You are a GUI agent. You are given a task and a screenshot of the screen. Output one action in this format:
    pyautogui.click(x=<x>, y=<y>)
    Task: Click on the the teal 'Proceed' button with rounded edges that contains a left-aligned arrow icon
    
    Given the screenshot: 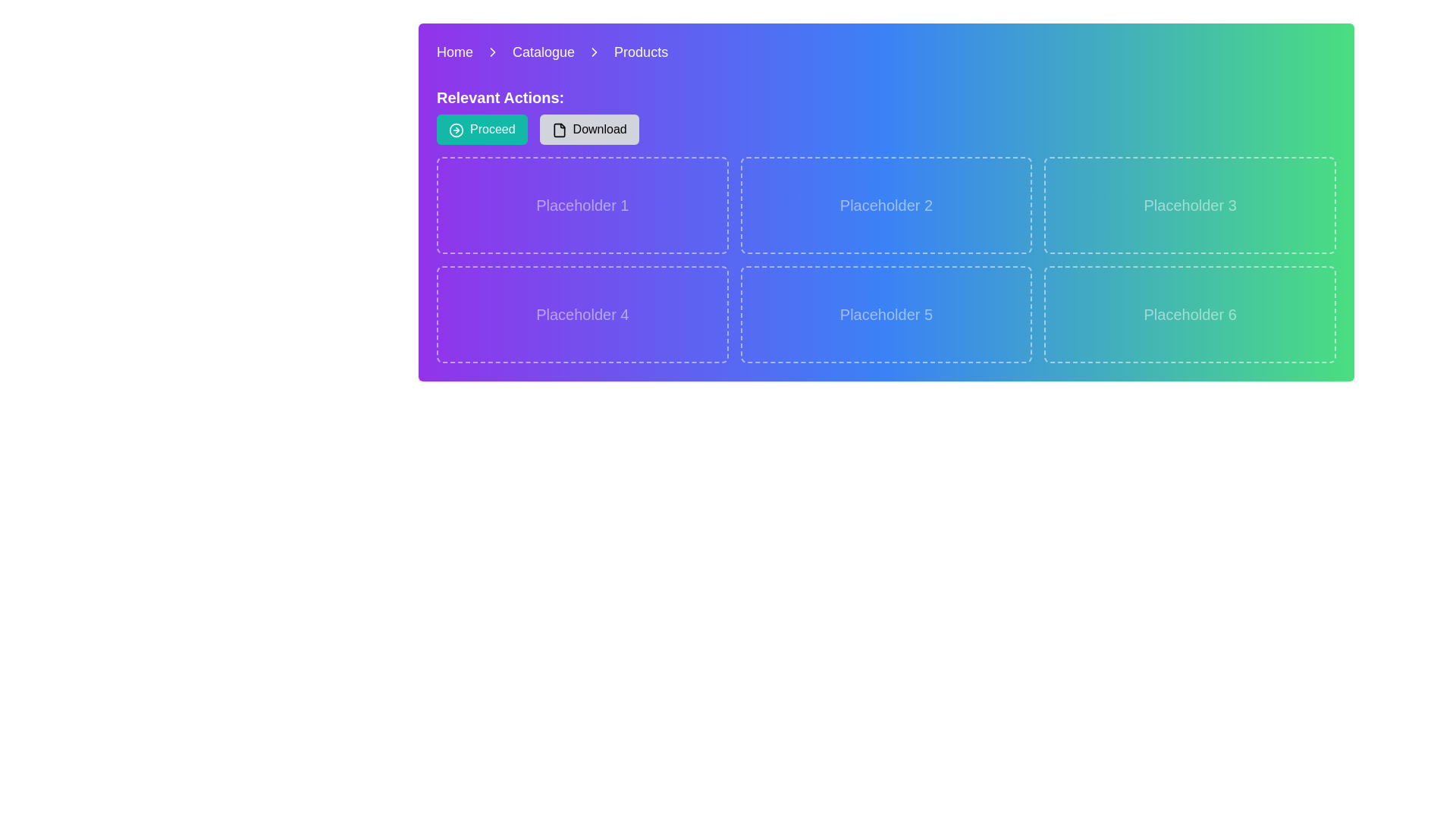 What is the action you would take?
    pyautogui.click(x=481, y=128)
    